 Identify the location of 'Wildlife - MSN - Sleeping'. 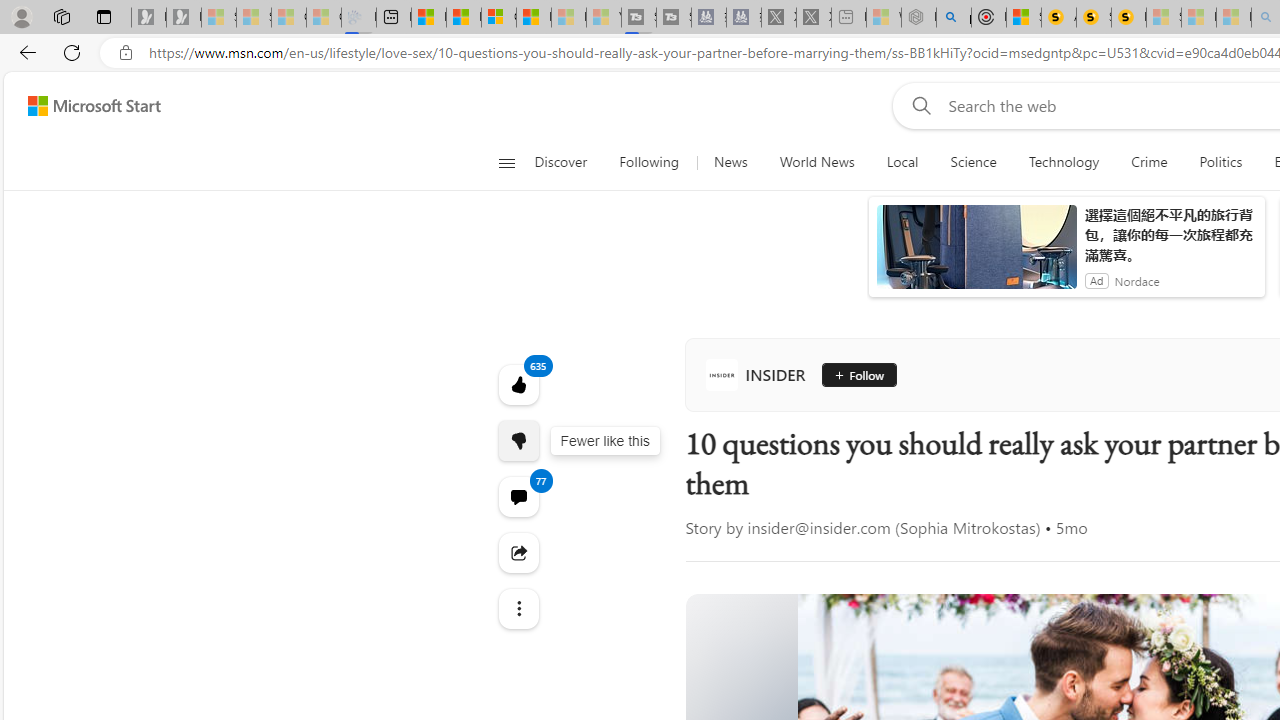
(882, 17).